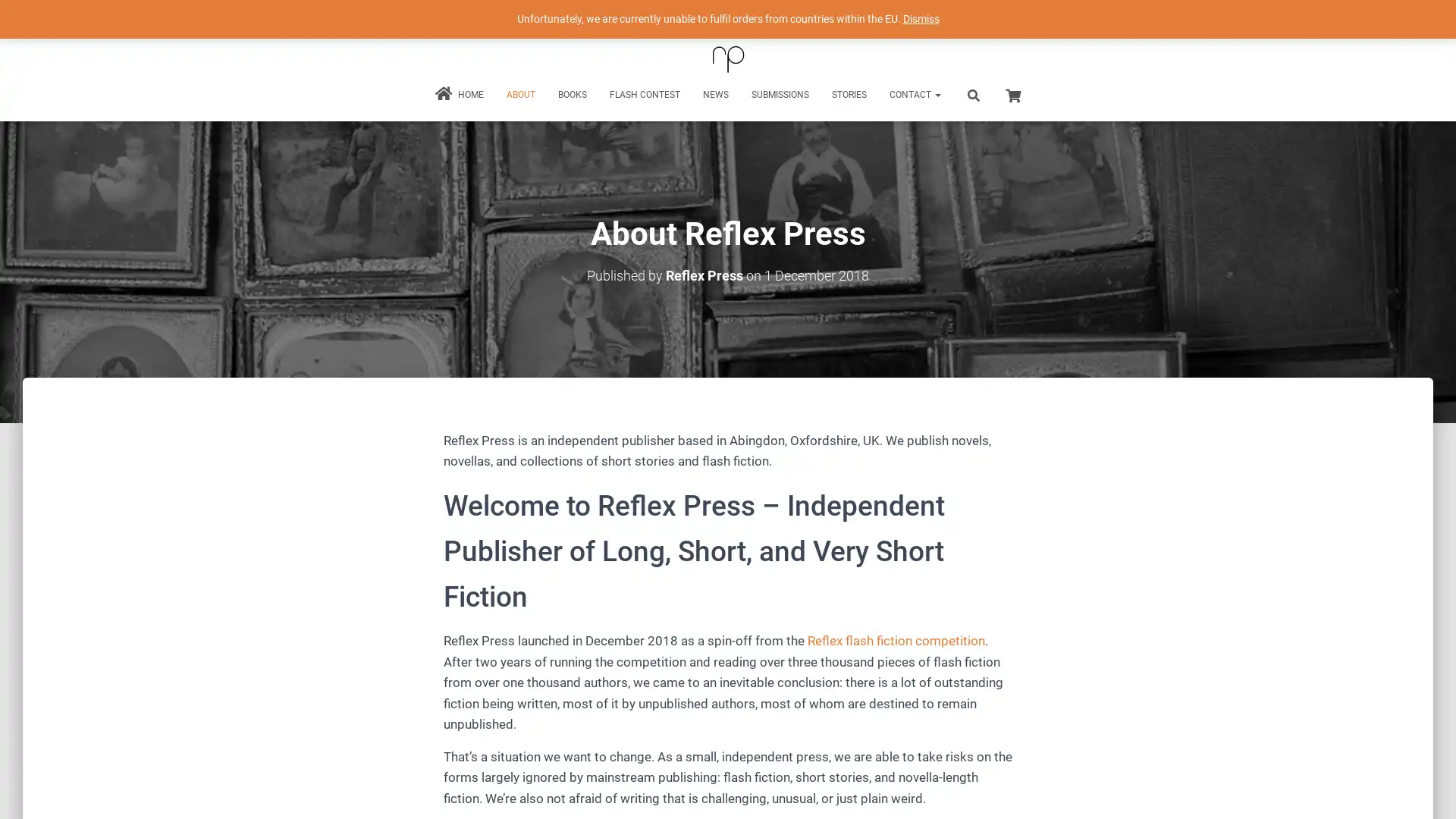 The height and width of the screenshot is (819, 1456). I want to click on Accept, so click(951, 795).